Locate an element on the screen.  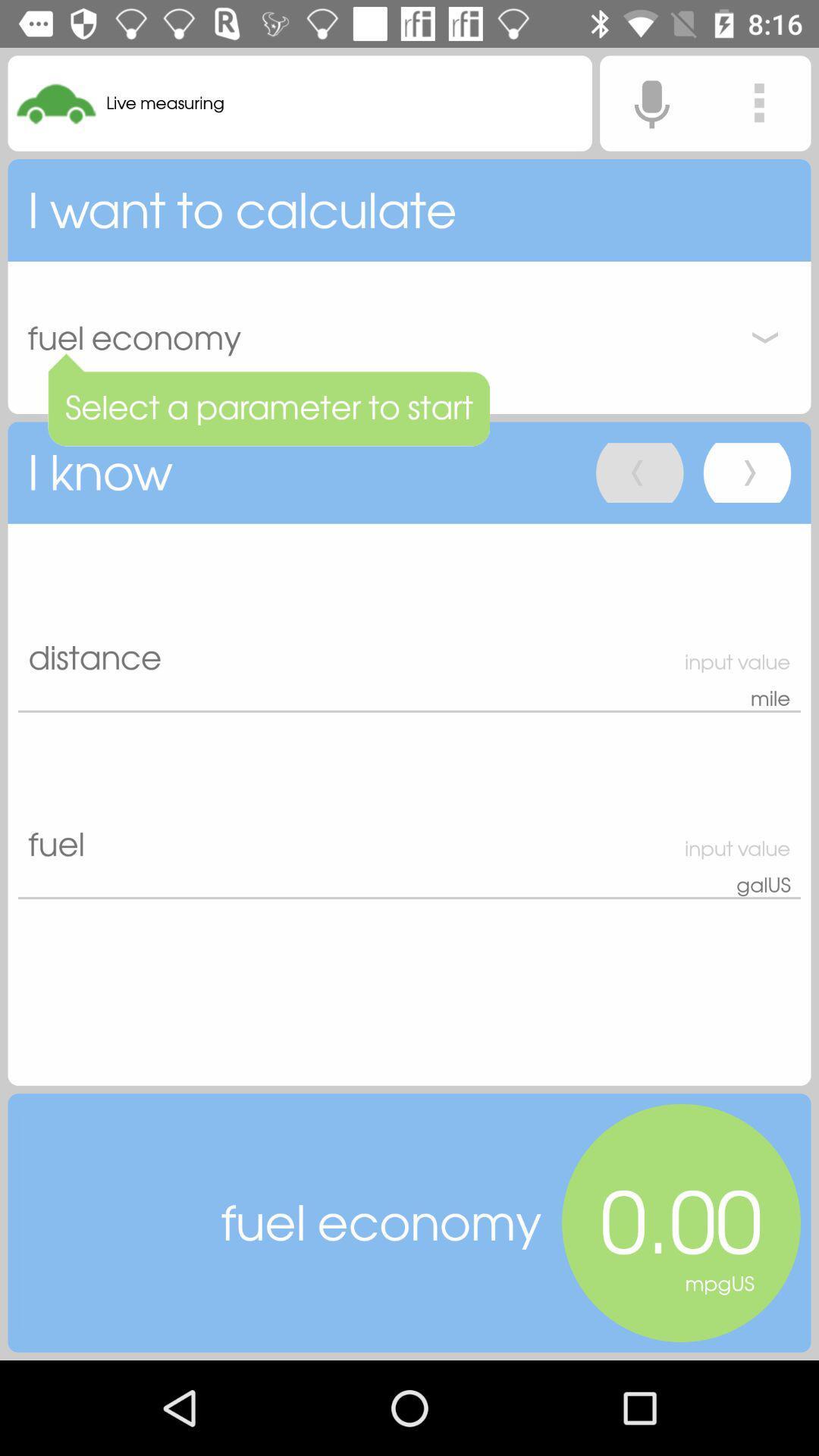
scroll forward is located at coordinates (746, 472).